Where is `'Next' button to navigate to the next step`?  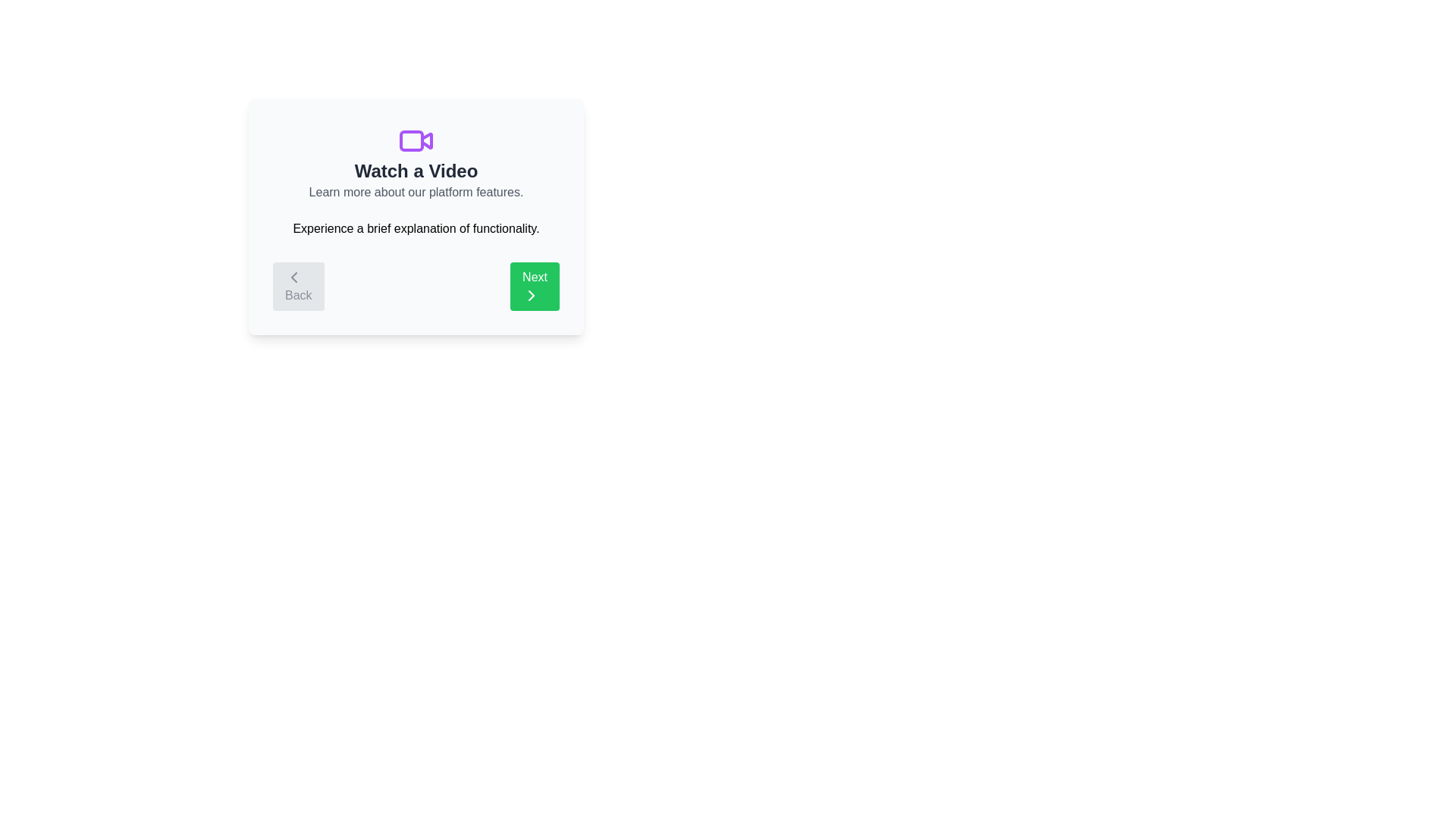
'Next' button to navigate to the next step is located at coordinates (535, 287).